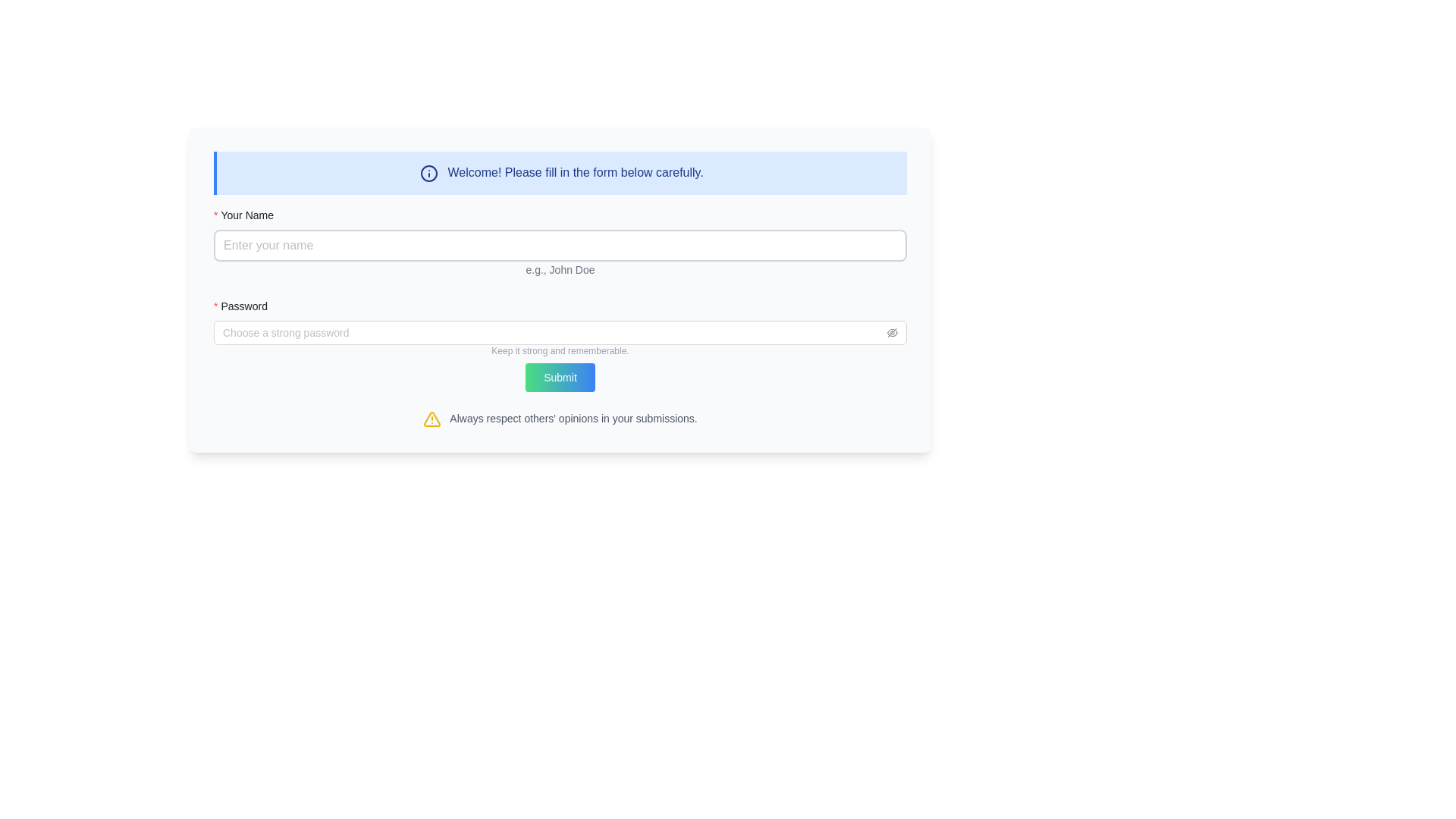 The width and height of the screenshot is (1456, 819). Describe the element at coordinates (431, 419) in the screenshot. I see `the yellow triangular icon located to the left of the sentence 'Always respect others' opinions in your submissions.'` at that location.